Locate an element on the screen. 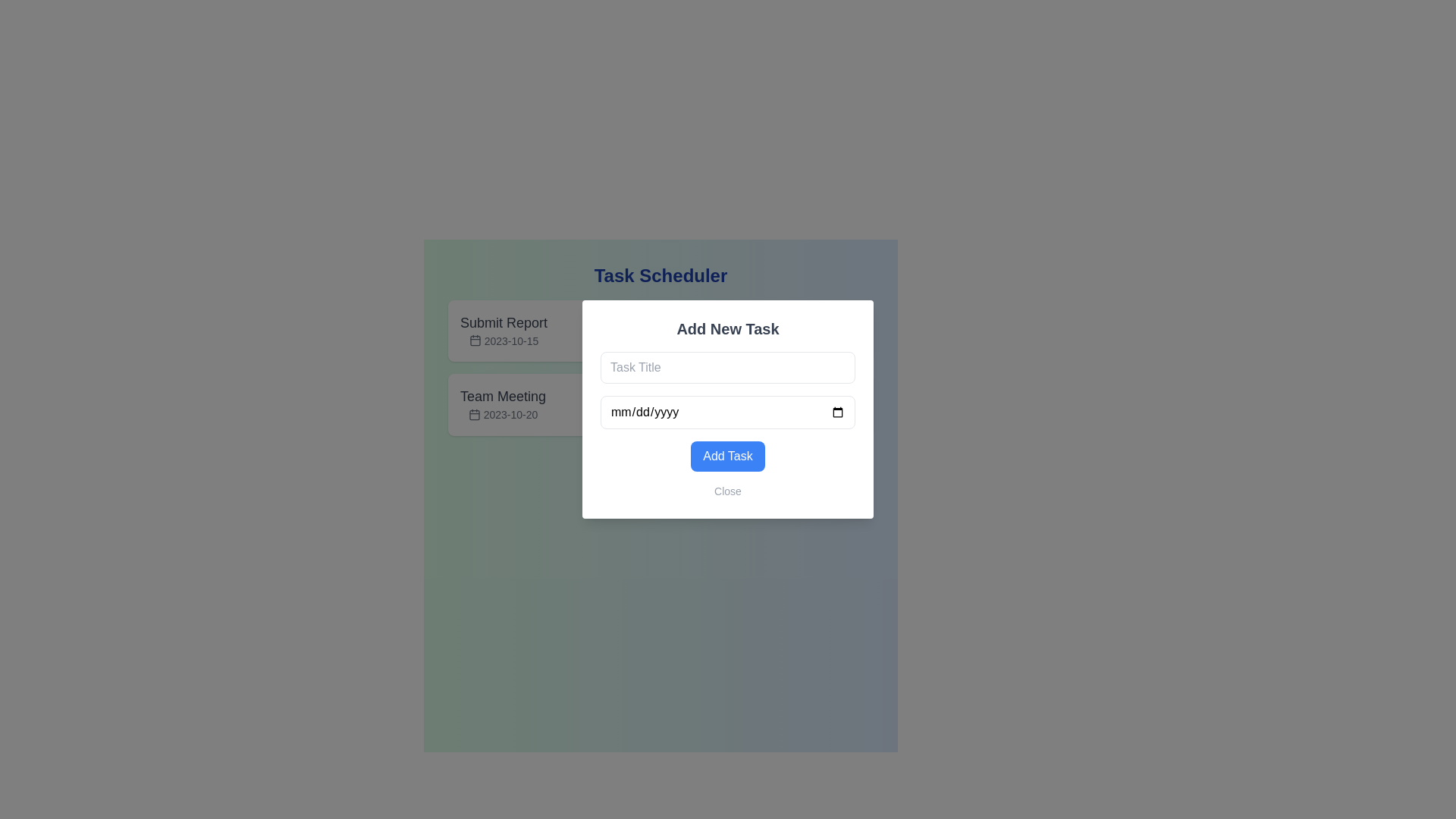  the visual indicator icon to the left of the text '2023-10-15' in the task labeled 'Submit Report' is located at coordinates (474, 340).